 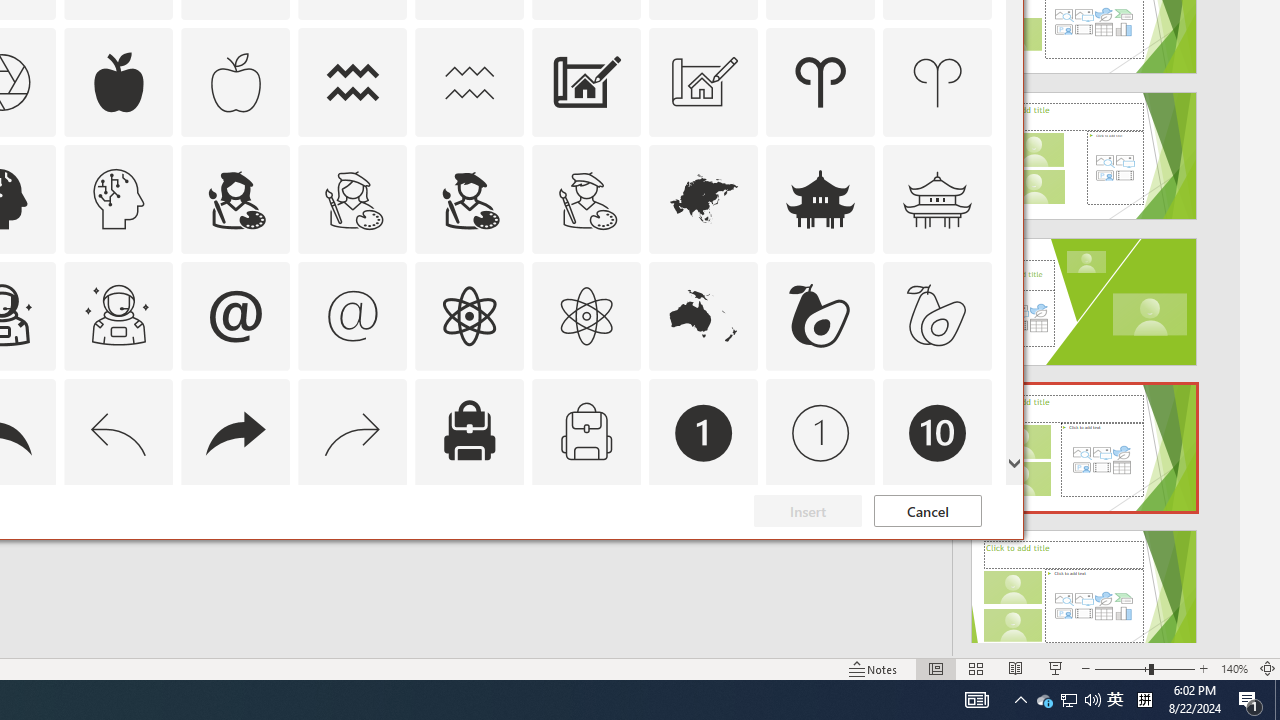 What do you see at coordinates (468, 431) in the screenshot?
I see `'AutomationID: Icons_Backpack'` at bounding box center [468, 431].